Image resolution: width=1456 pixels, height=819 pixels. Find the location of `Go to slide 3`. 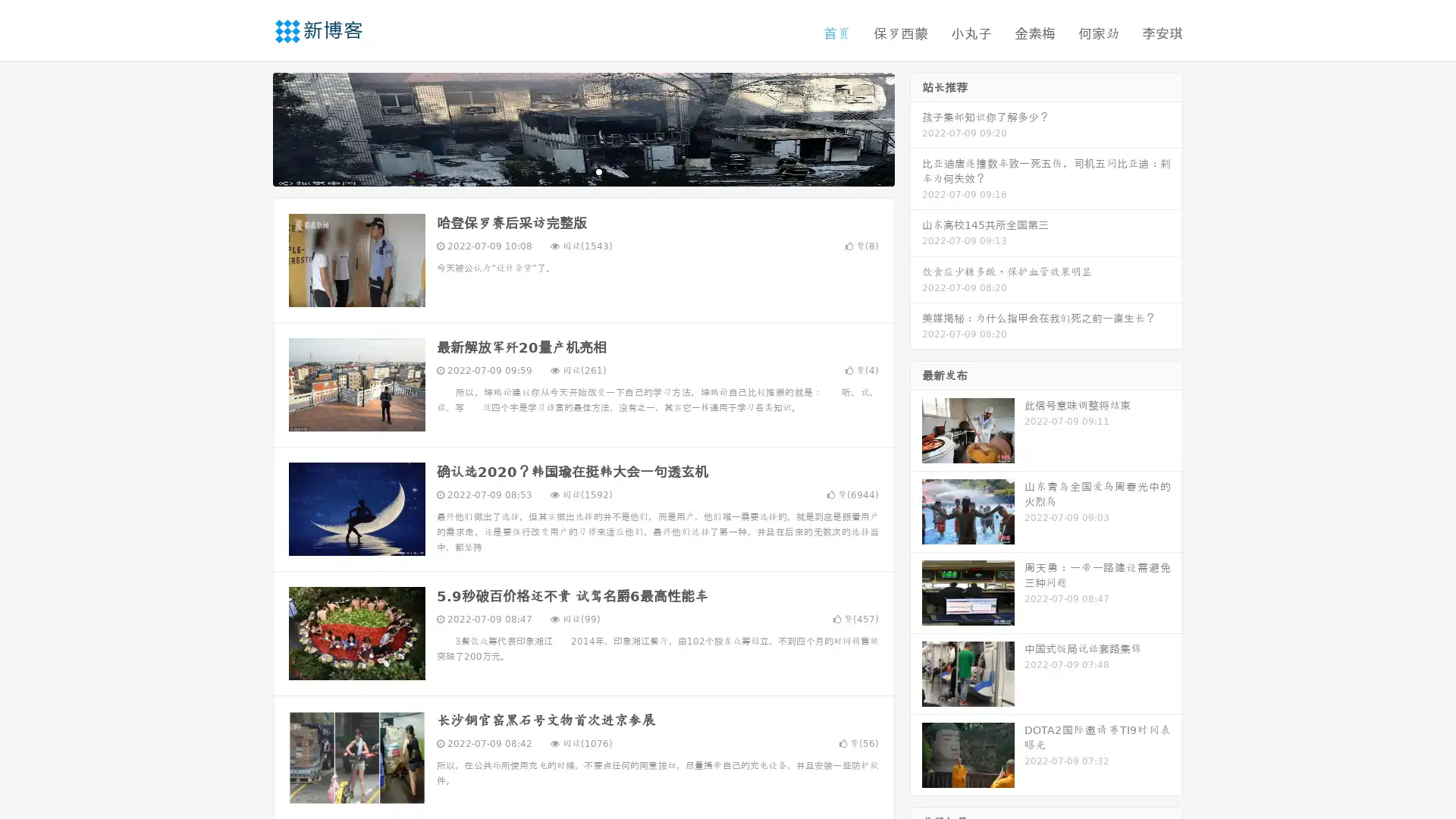

Go to slide 3 is located at coordinates (598, 171).